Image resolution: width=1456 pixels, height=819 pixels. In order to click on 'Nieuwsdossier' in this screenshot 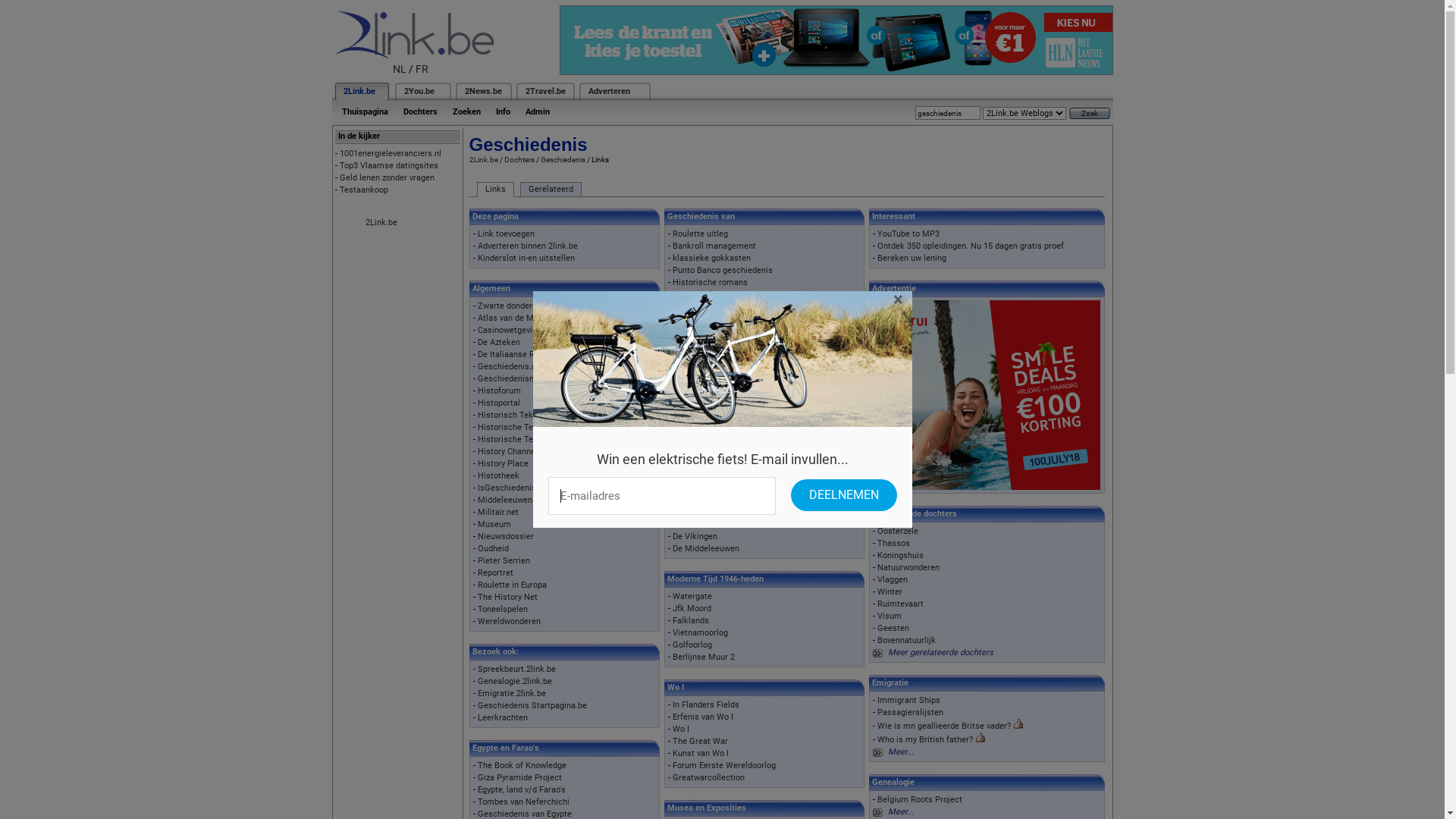, I will do `click(506, 535)`.